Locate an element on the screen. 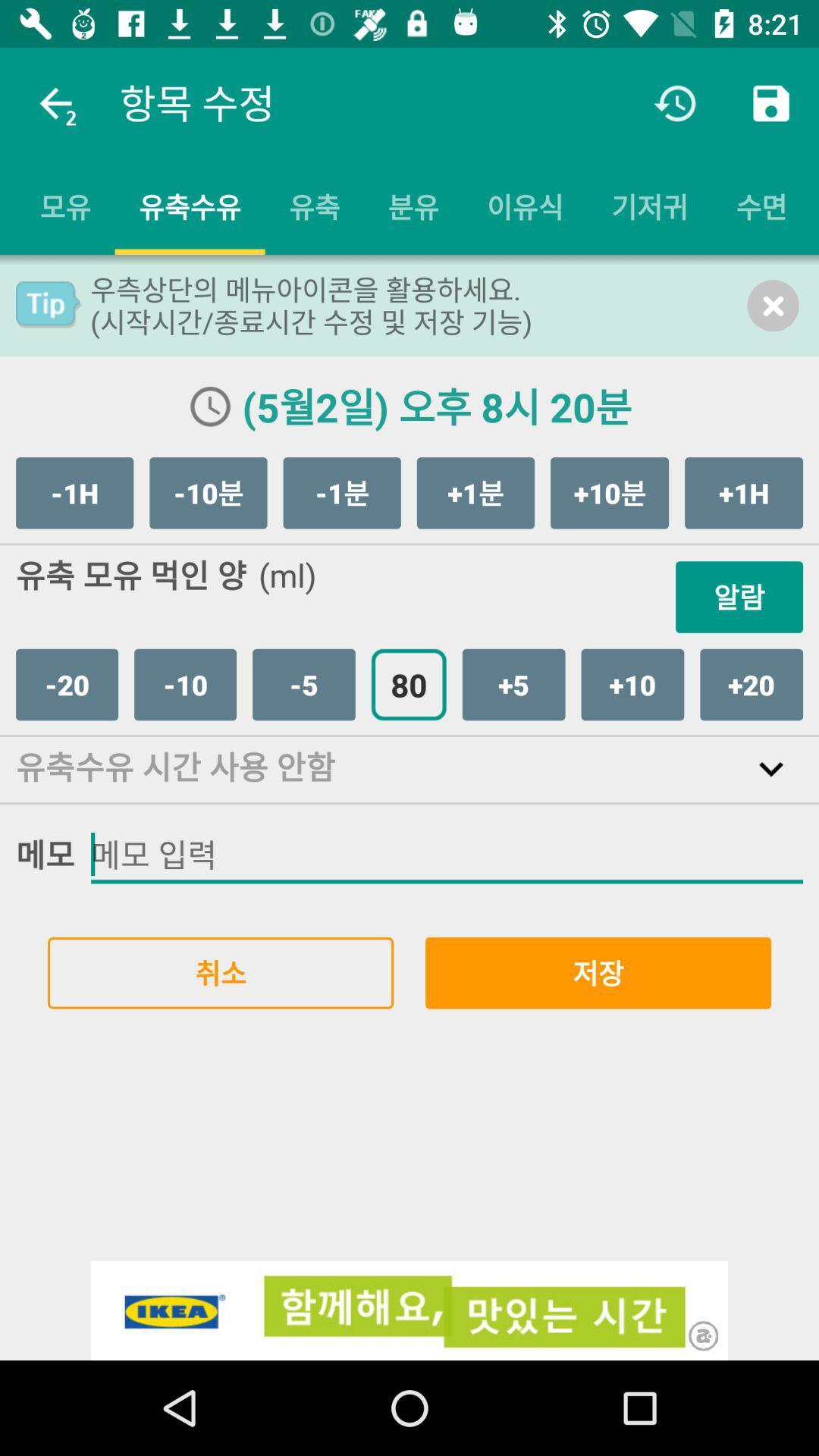 The image size is (819, 1456). 10 which is at the right side of 20 is located at coordinates (184, 683).